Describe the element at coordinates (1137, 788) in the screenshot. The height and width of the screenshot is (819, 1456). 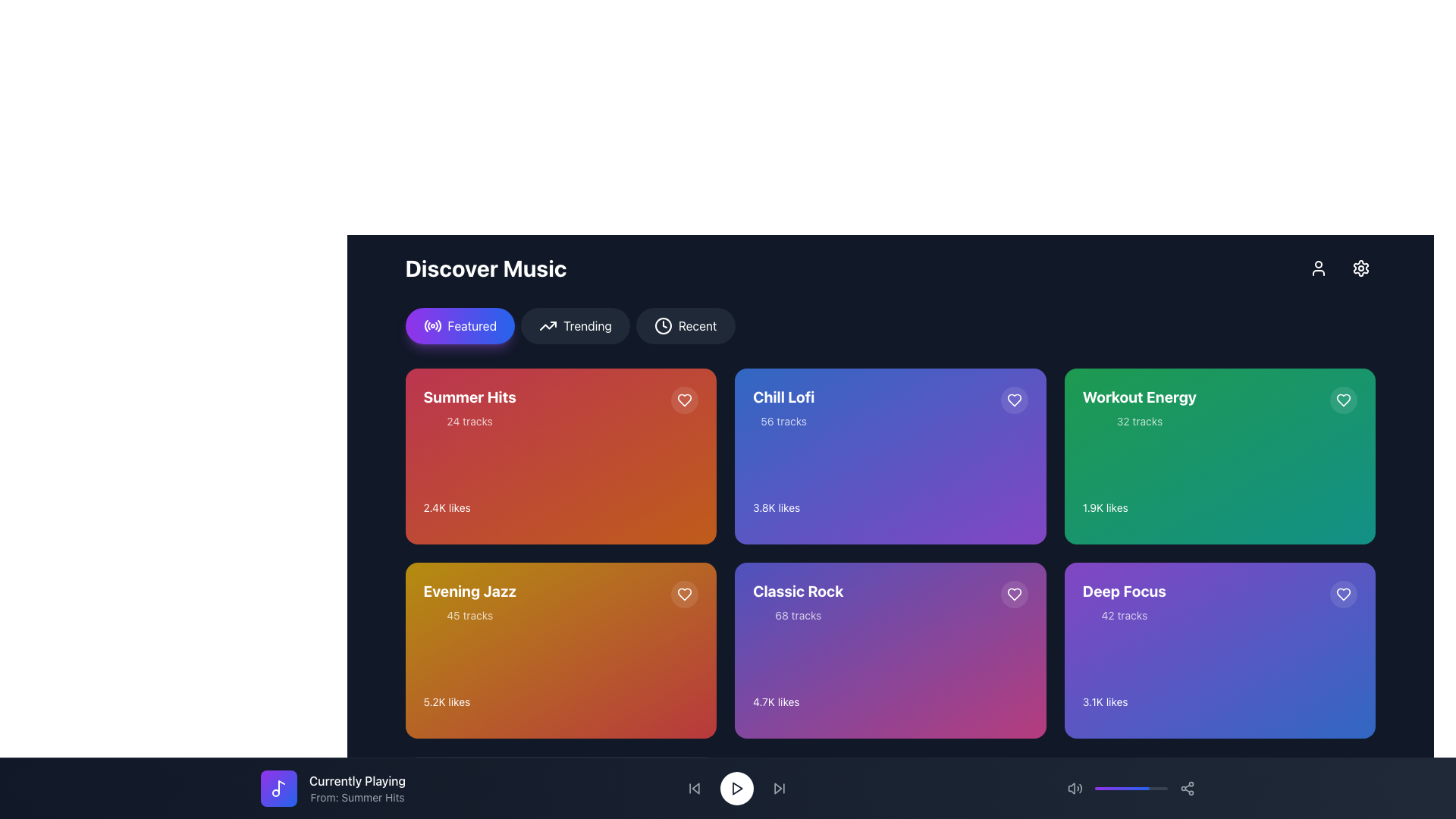
I see `volume level` at that location.